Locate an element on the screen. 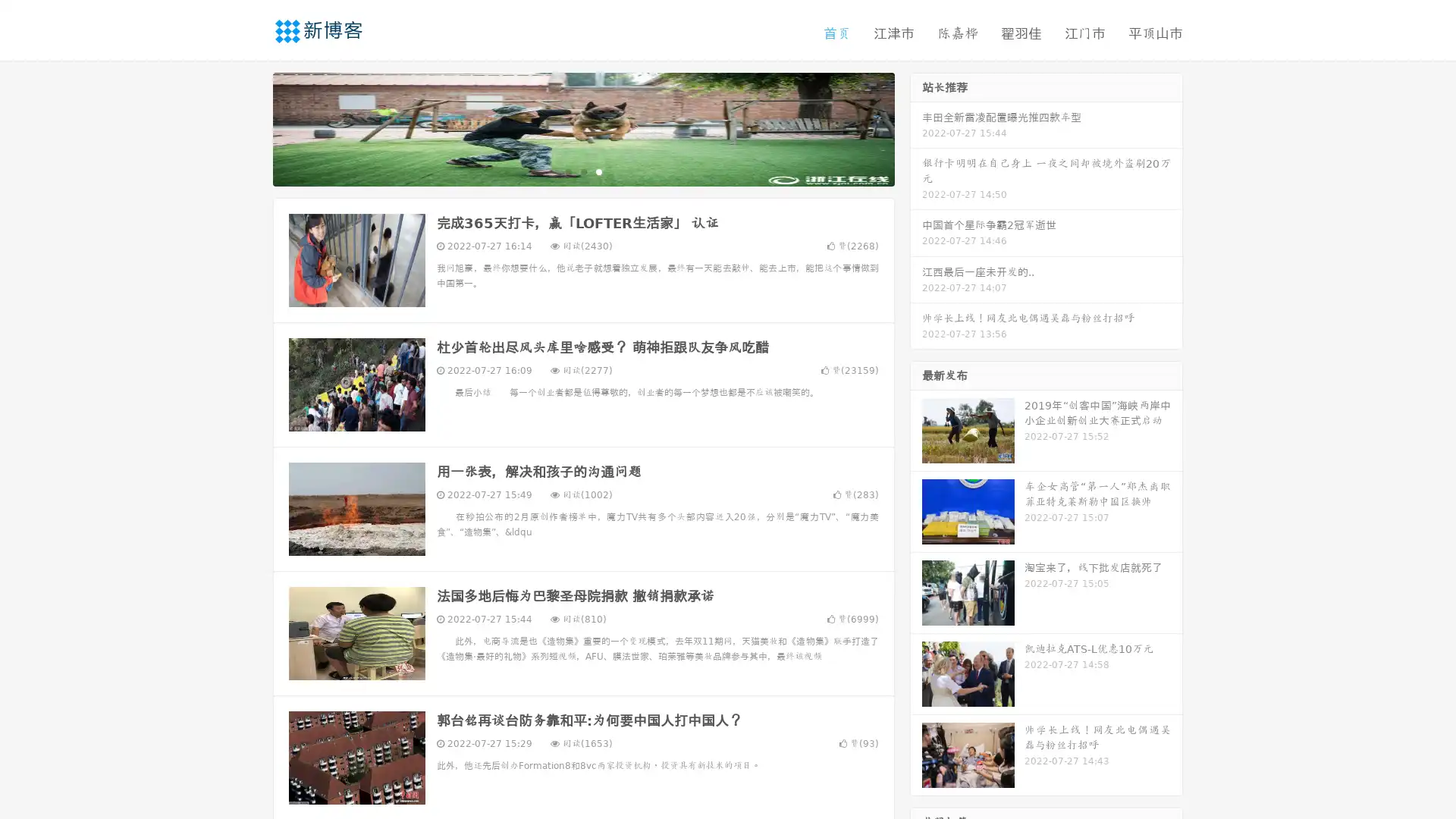 The width and height of the screenshot is (1456, 819). Go to slide 1 is located at coordinates (567, 171).